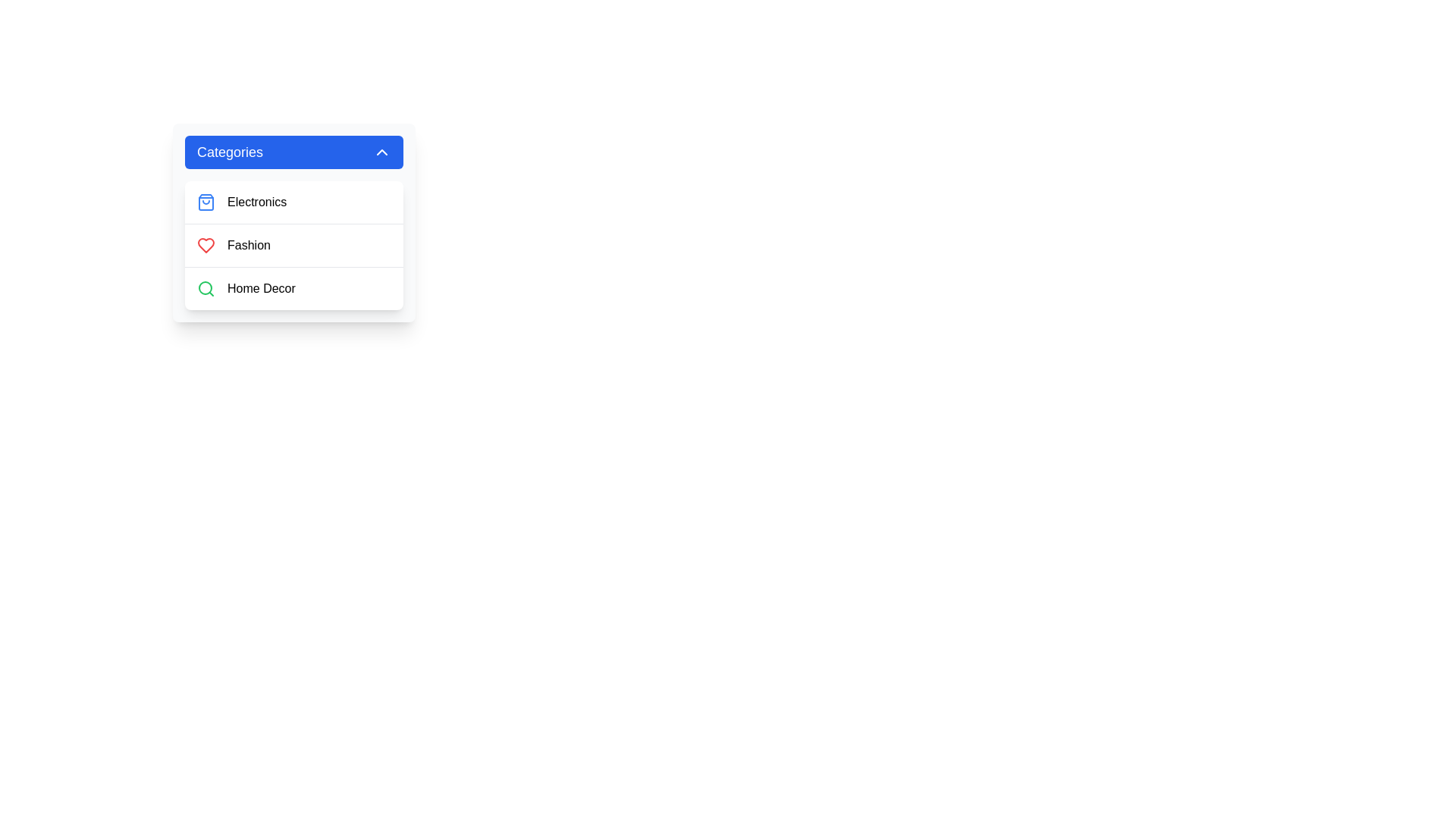 This screenshot has height=819, width=1456. Describe the element at coordinates (294, 289) in the screenshot. I see `the 'Home Decor' list item, which is the third item in a vertical dropdown menu following 'Electronics' and 'Fashion'` at that location.